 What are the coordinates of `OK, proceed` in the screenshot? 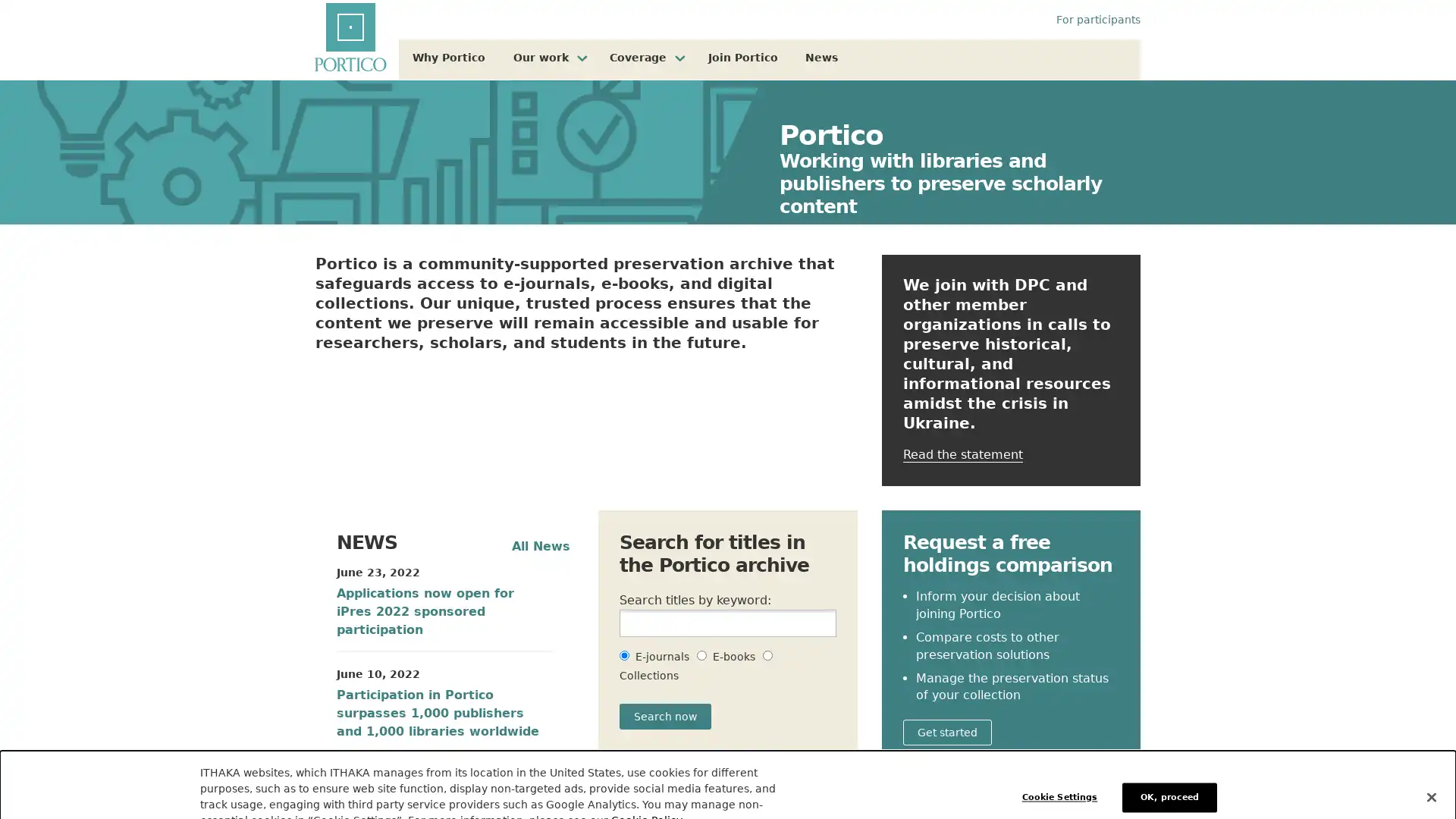 It's located at (1169, 770).